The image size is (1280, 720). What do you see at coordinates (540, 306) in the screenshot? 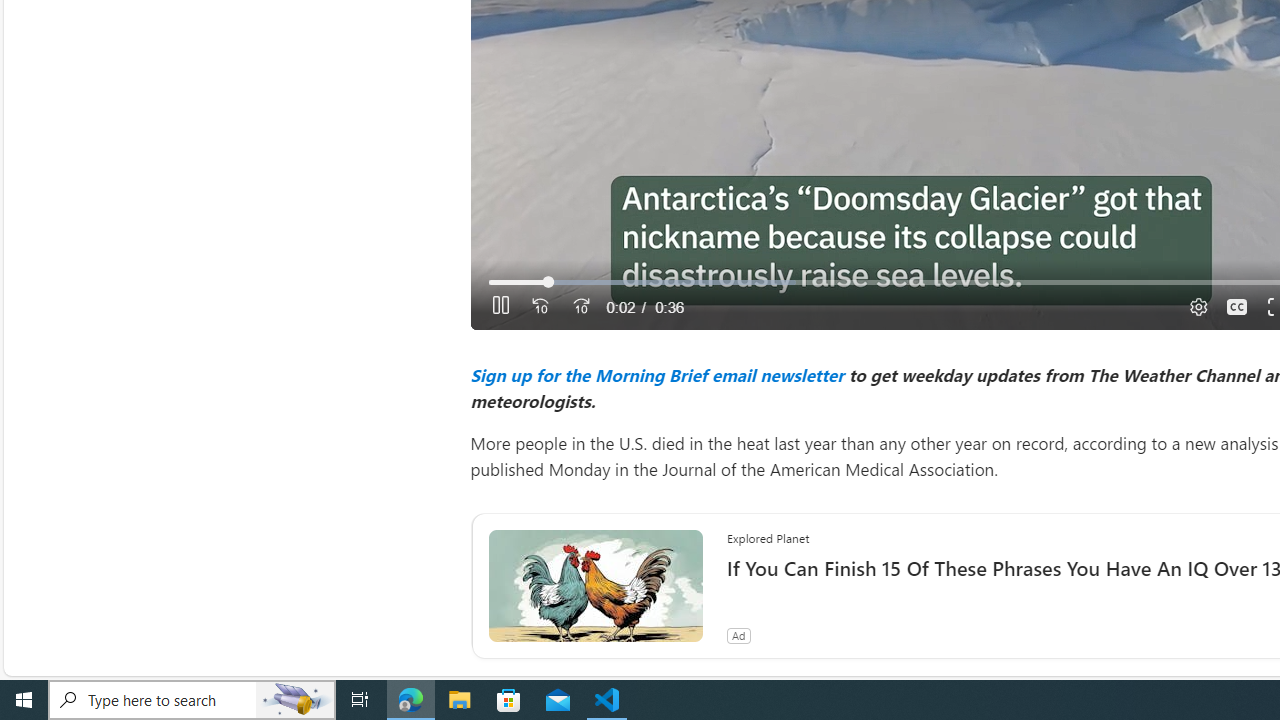
I see `'Seek Back'` at bounding box center [540, 306].